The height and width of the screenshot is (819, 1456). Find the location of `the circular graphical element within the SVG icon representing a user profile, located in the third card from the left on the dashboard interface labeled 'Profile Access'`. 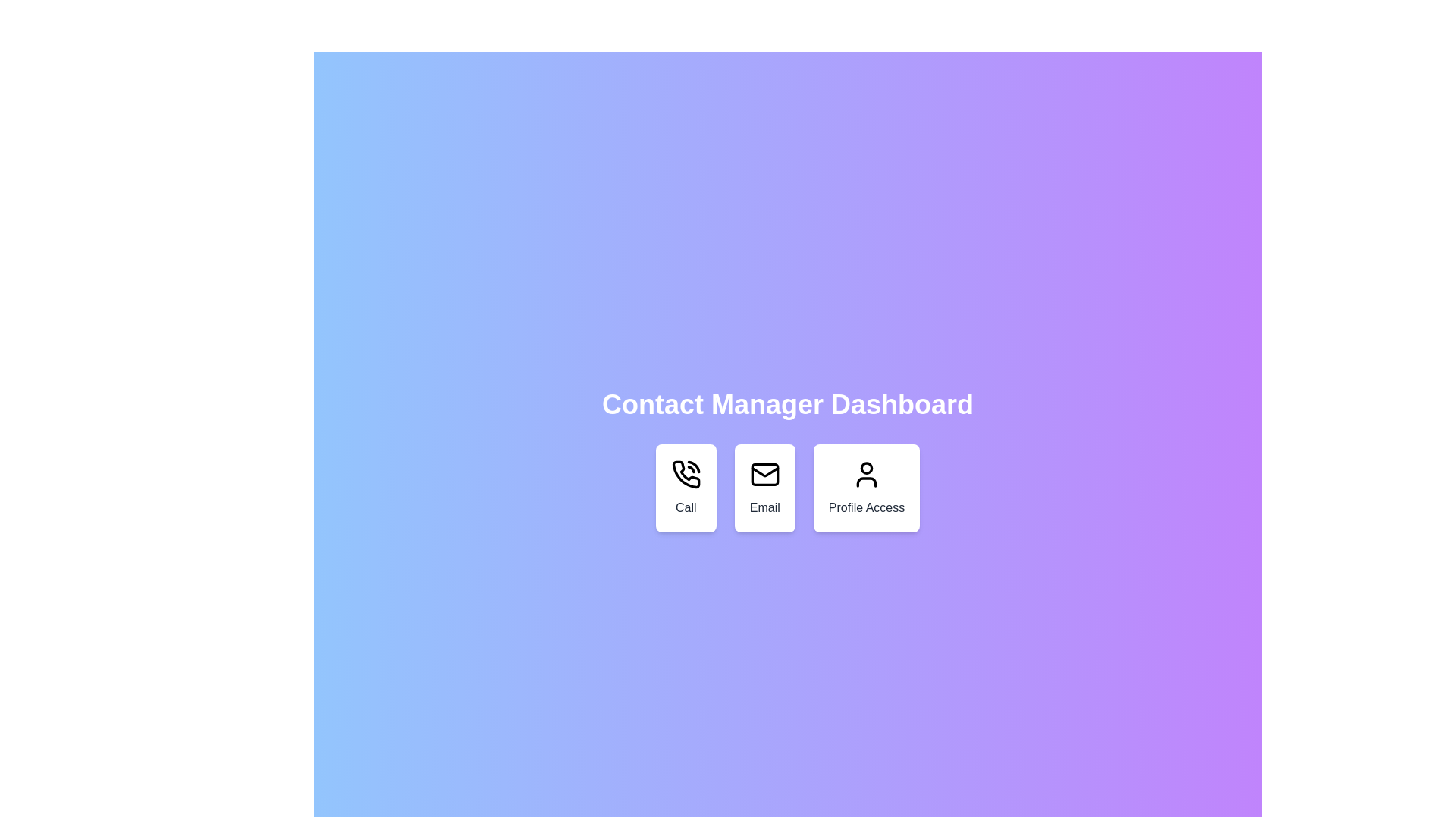

the circular graphical element within the SVG icon representing a user profile, located in the third card from the left on the dashboard interface labeled 'Profile Access' is located at coordinates (866, 467).